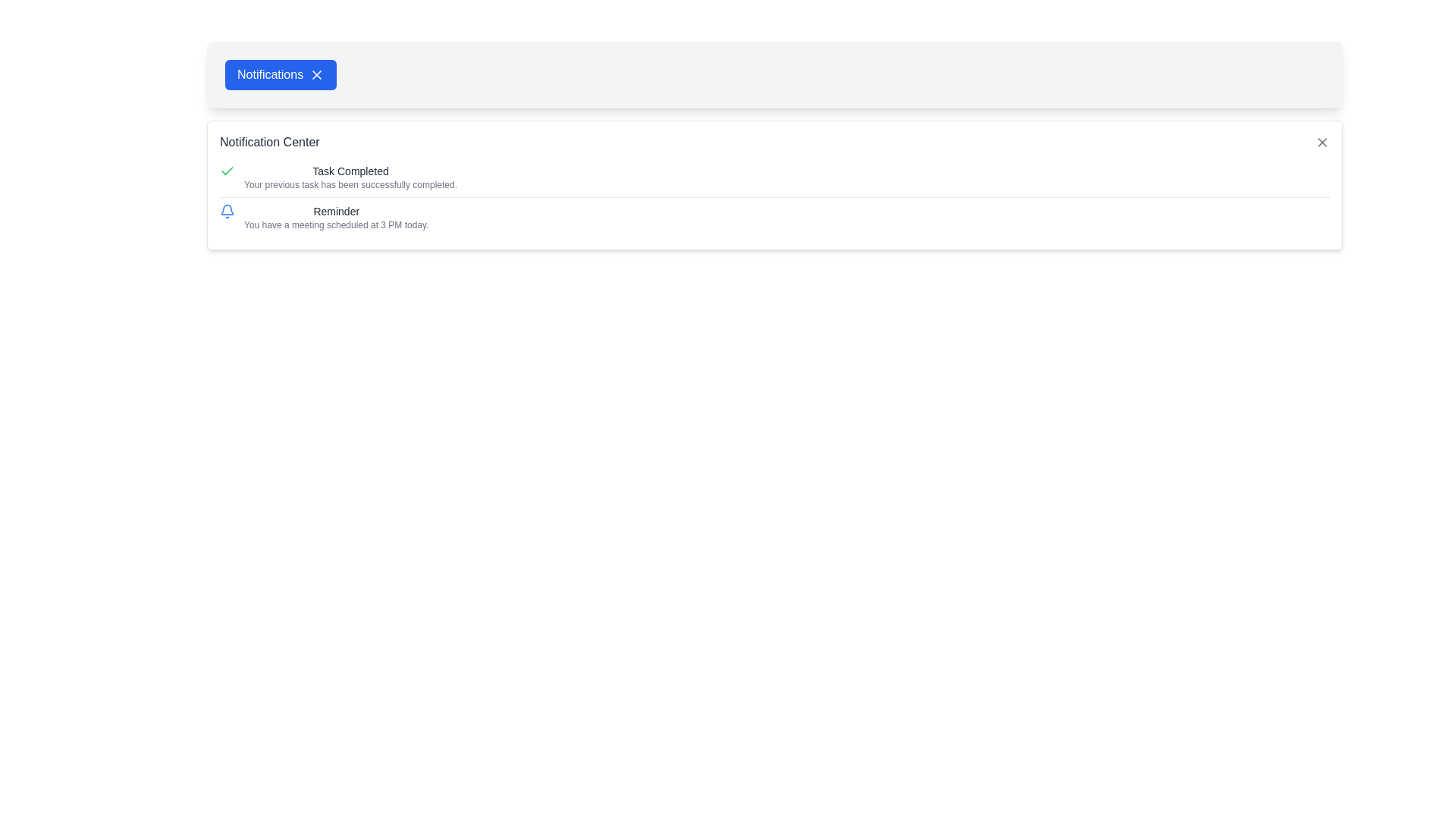  I want to click on the close button located at the top-right corner of the 'Notification Center' panel, so click(1321, 143).